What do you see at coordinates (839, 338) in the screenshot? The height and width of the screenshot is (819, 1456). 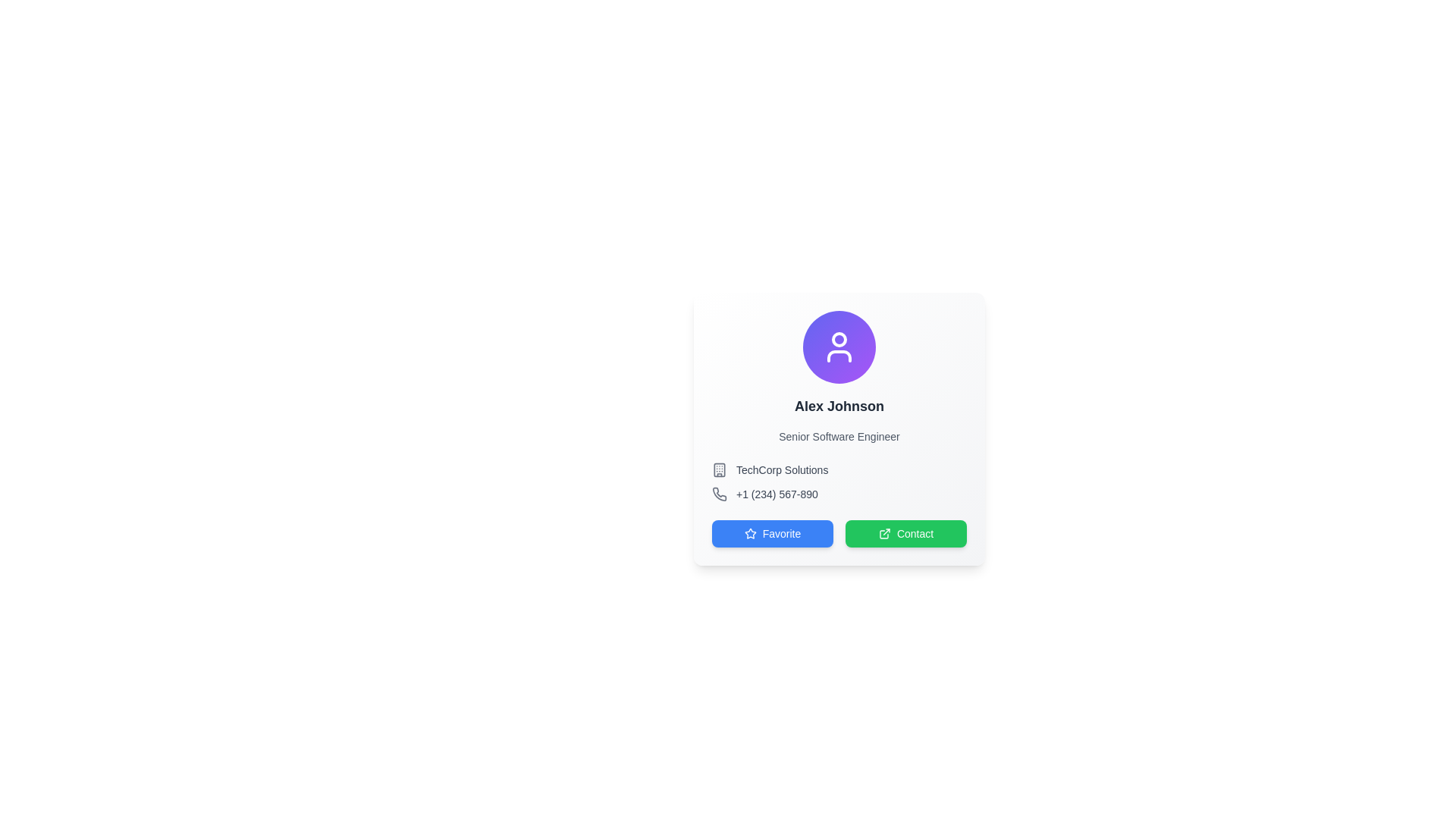 I see `the SVG Circle that represents a user within the avatar illustration at the top of the user card layout` at bounding box center [839, 338].